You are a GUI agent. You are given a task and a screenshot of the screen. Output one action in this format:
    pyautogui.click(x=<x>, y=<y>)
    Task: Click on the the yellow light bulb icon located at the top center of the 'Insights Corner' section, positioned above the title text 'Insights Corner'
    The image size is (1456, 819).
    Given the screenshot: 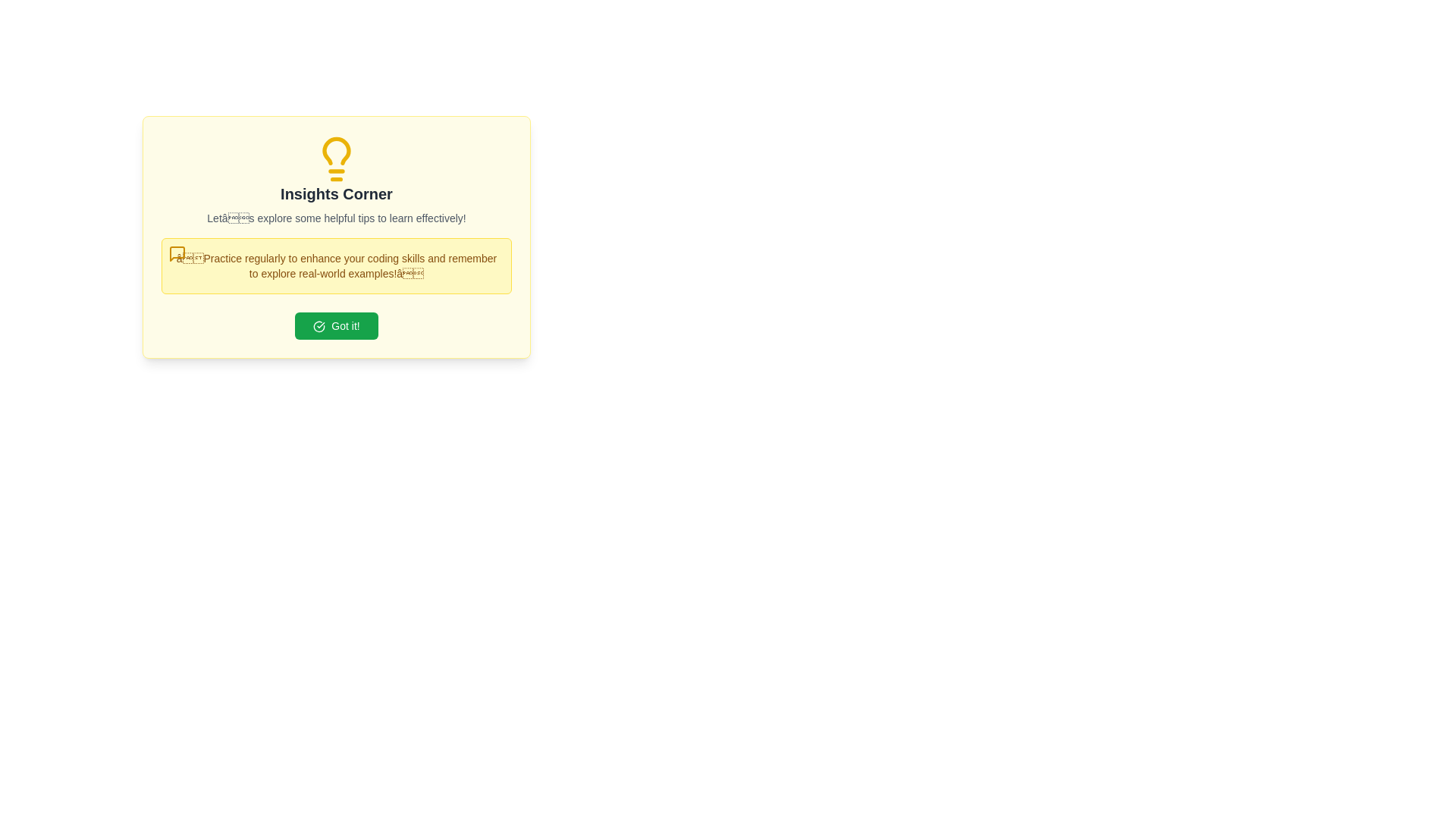 What is the action you would take?
    pyautogui.click(x=336, y=158)
    